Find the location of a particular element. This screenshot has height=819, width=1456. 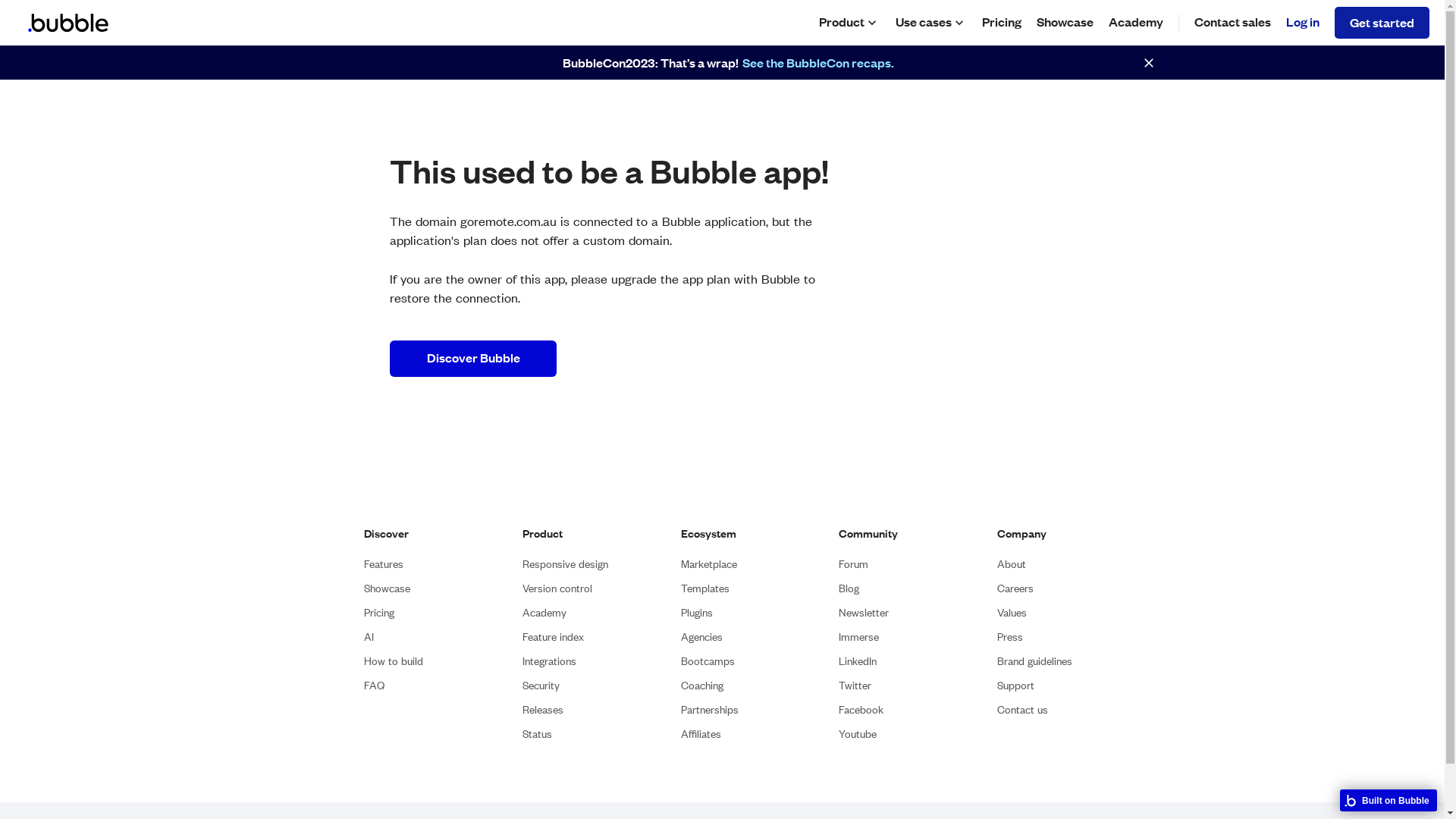

'Values' is located at coordinates (1012, 611).